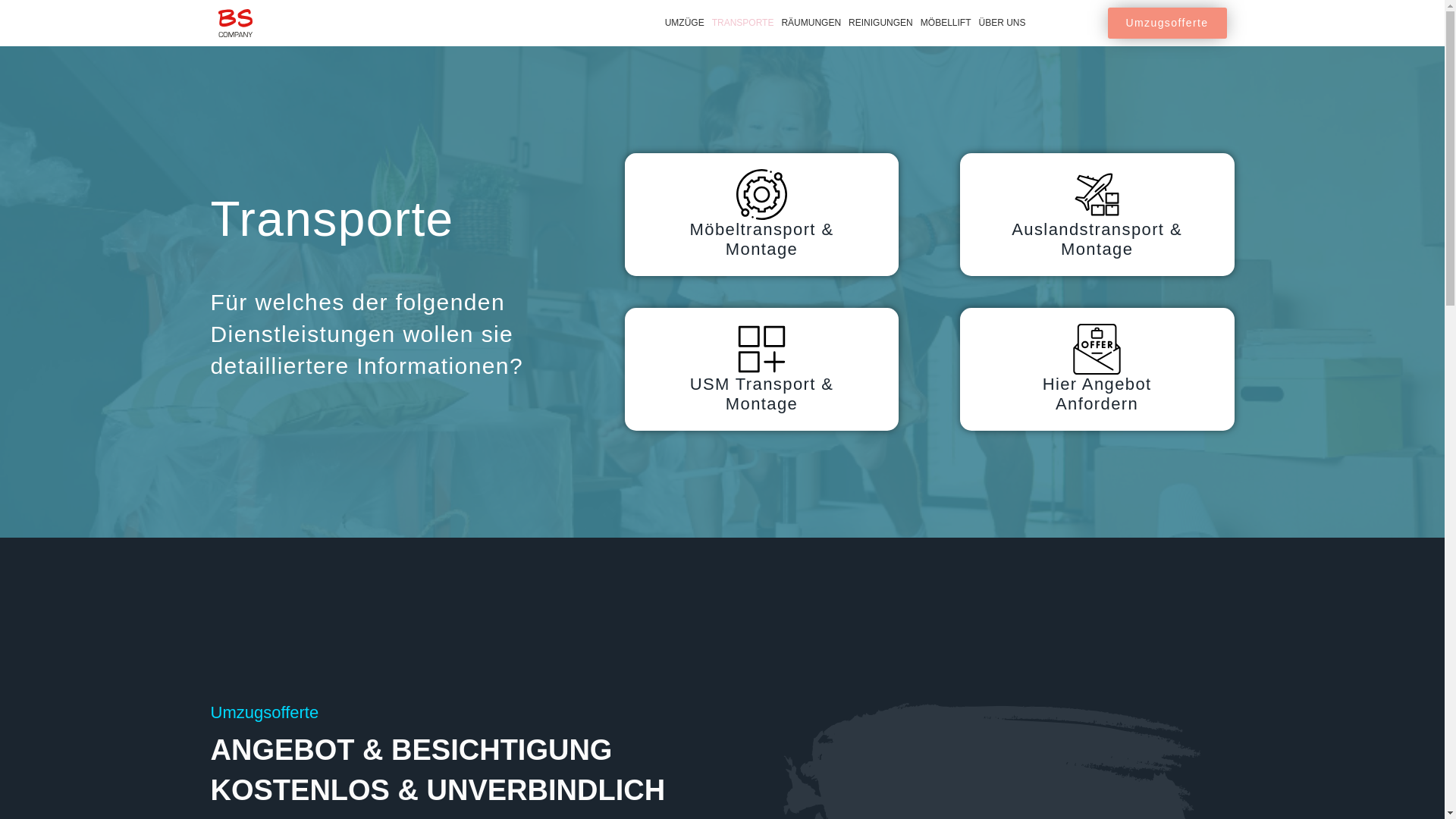 This screenshot has width=1456, height=819. I want to click on 'REINIGUNGEN', so click(880, 23).